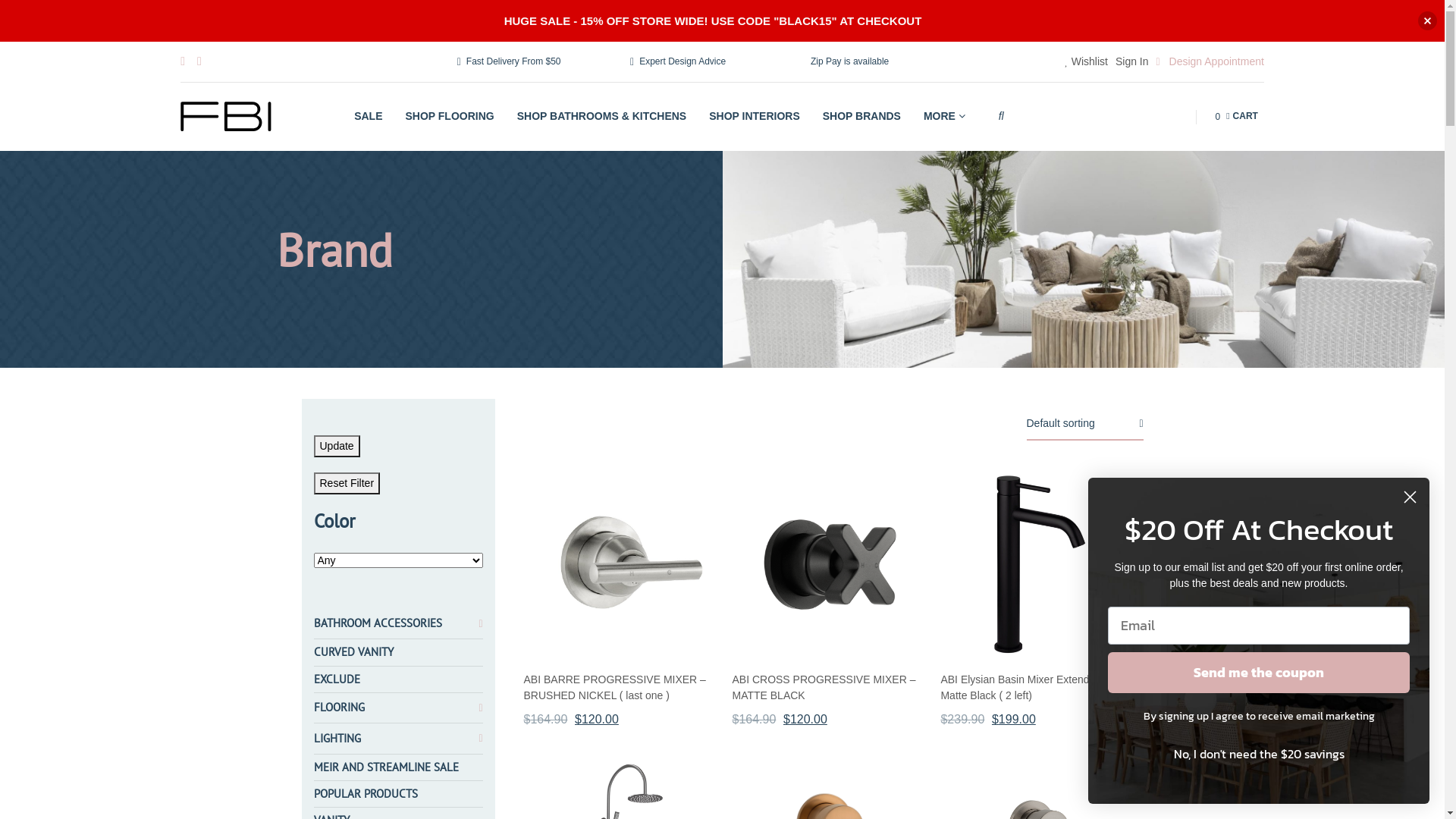  I want to click on 'SHOP BRANDS', so click(815, 116).